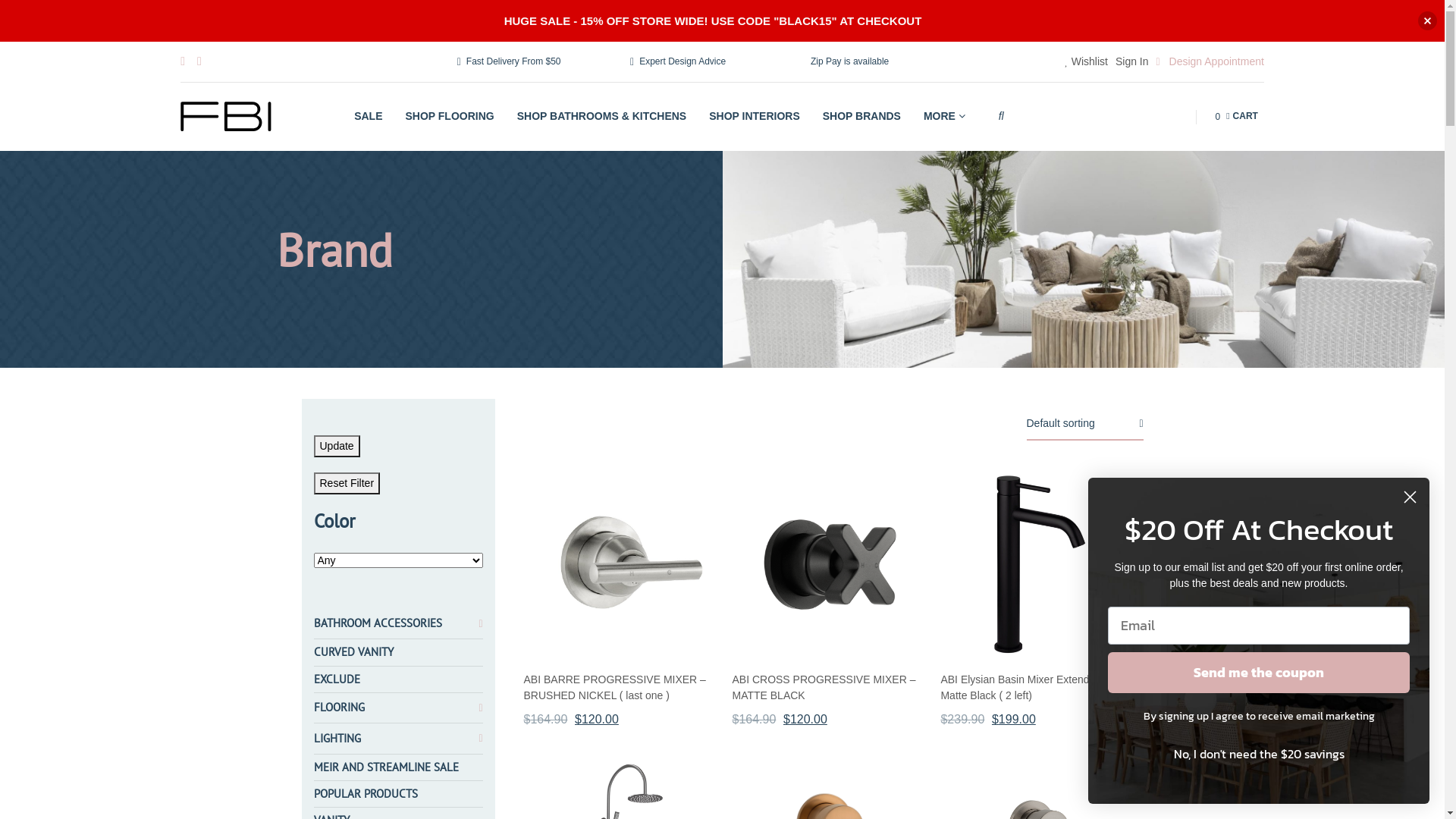  I want to click on 'SHOP BRANDS', so click(815, 116).